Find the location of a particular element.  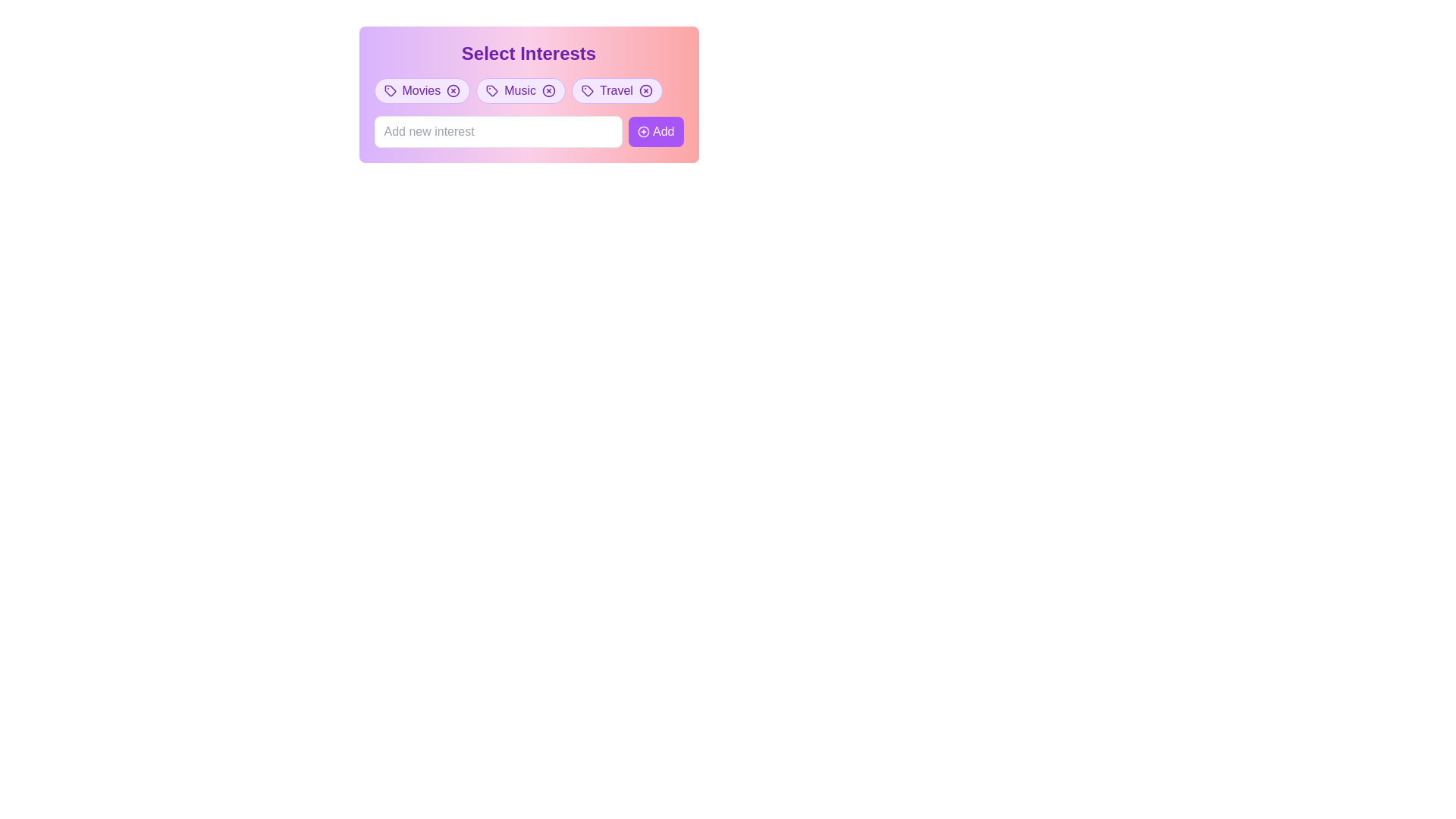

the inline decorative icon that is part of the pill-shaped tag labeled 'Music' located under the heading 'Select Interests' is located at coordinates (492, 90).